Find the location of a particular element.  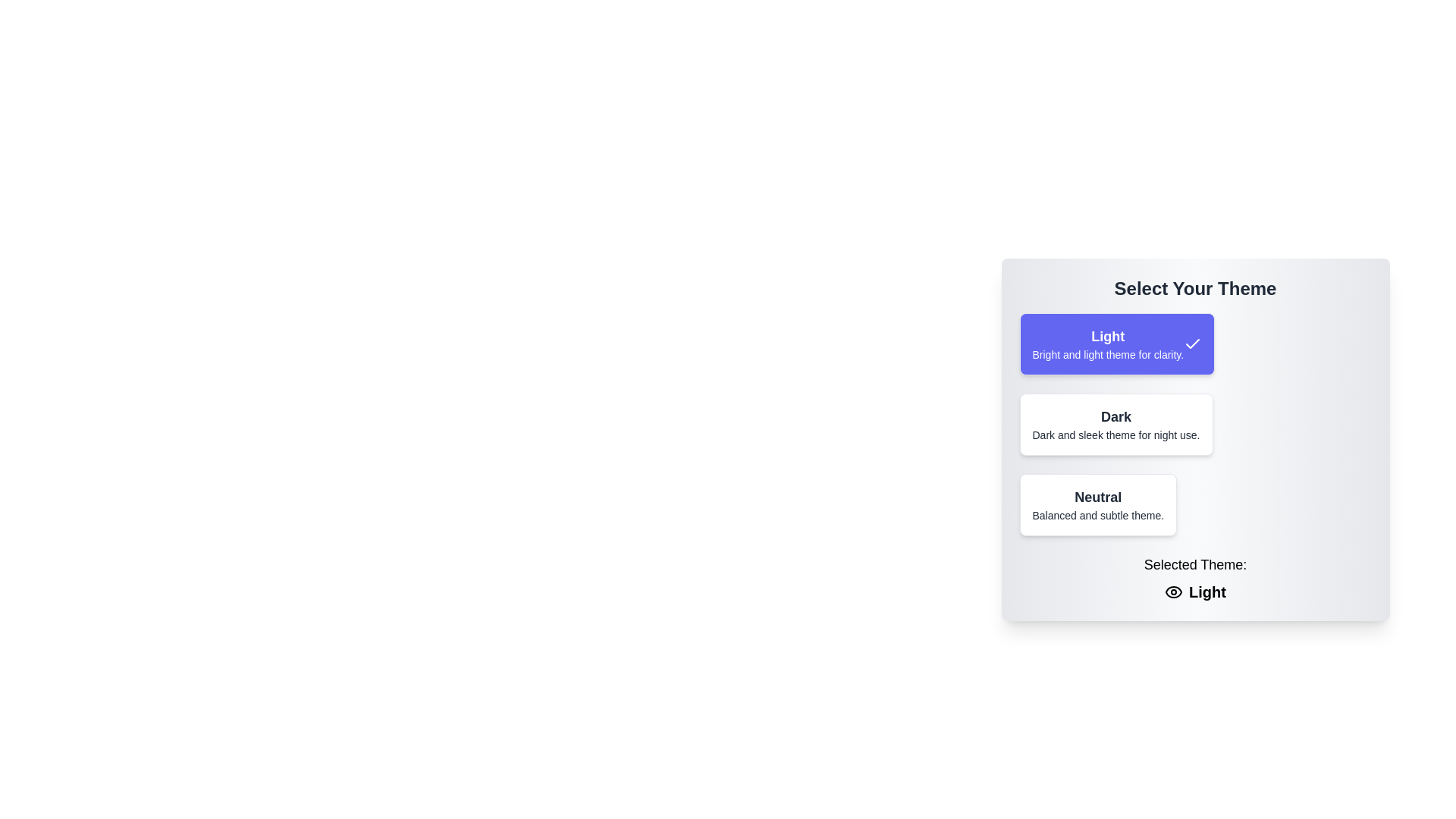

on the second selectable theme option titled 'Dark' in the 'Select Your Theme' box is located at coordinates (1194, 424).